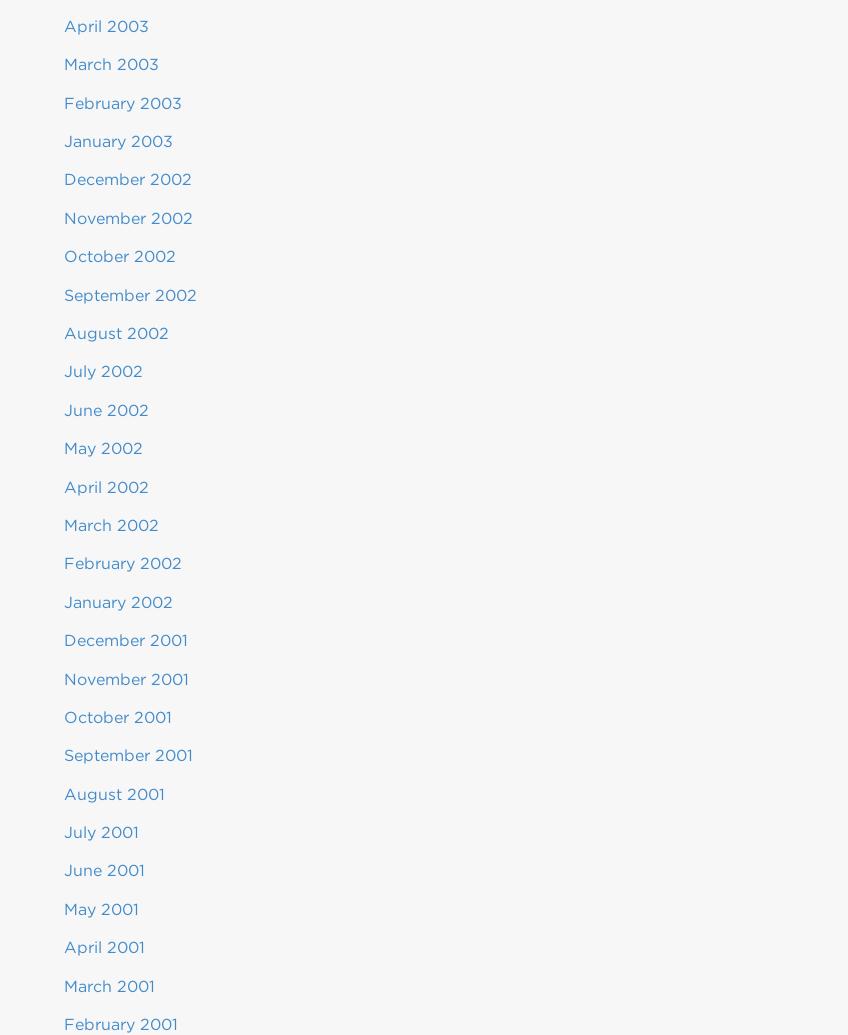 This screenshot has height=1035, width=848. Describe the element at coordinates (64, 141) in the screenshot. I see `'January 2003'` at that location.